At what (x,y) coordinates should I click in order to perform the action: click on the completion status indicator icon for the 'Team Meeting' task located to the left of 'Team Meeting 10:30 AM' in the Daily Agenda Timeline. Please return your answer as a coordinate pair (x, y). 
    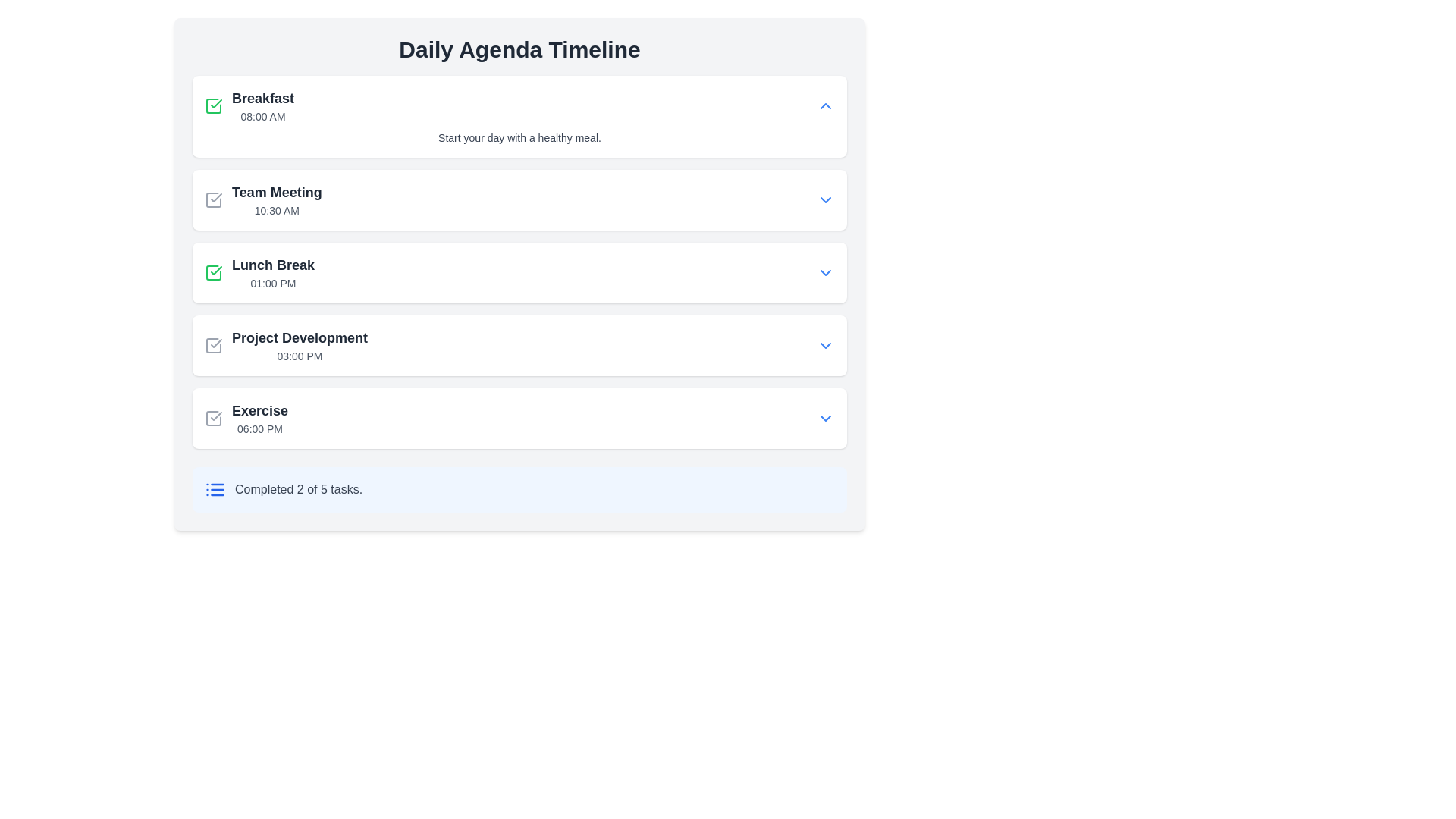
    Looking at the image, I should click on (213, 199).